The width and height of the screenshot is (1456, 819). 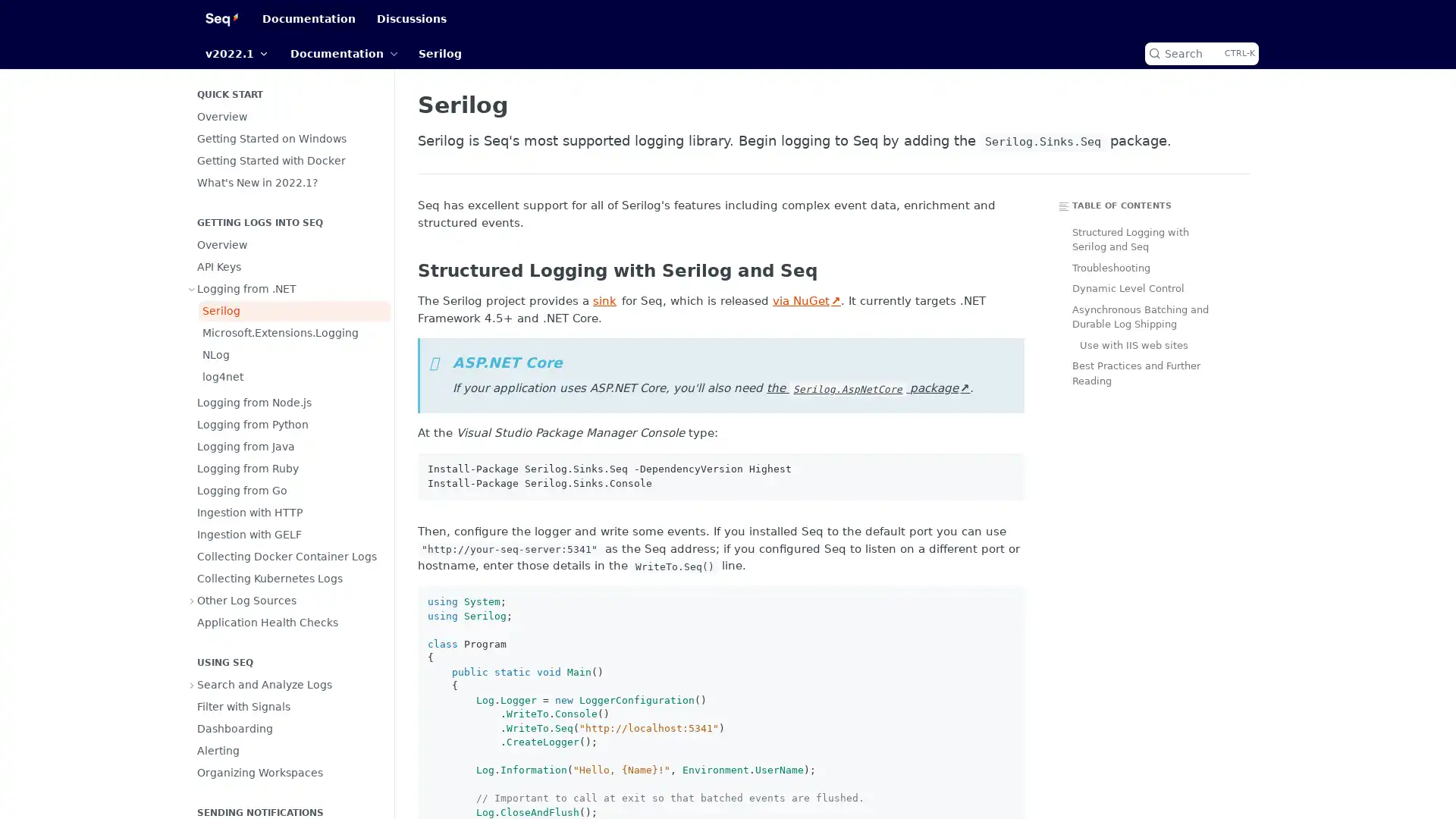 I want to click on Show subpages for Search and Analyze Logs, so click(x=192, y=684).